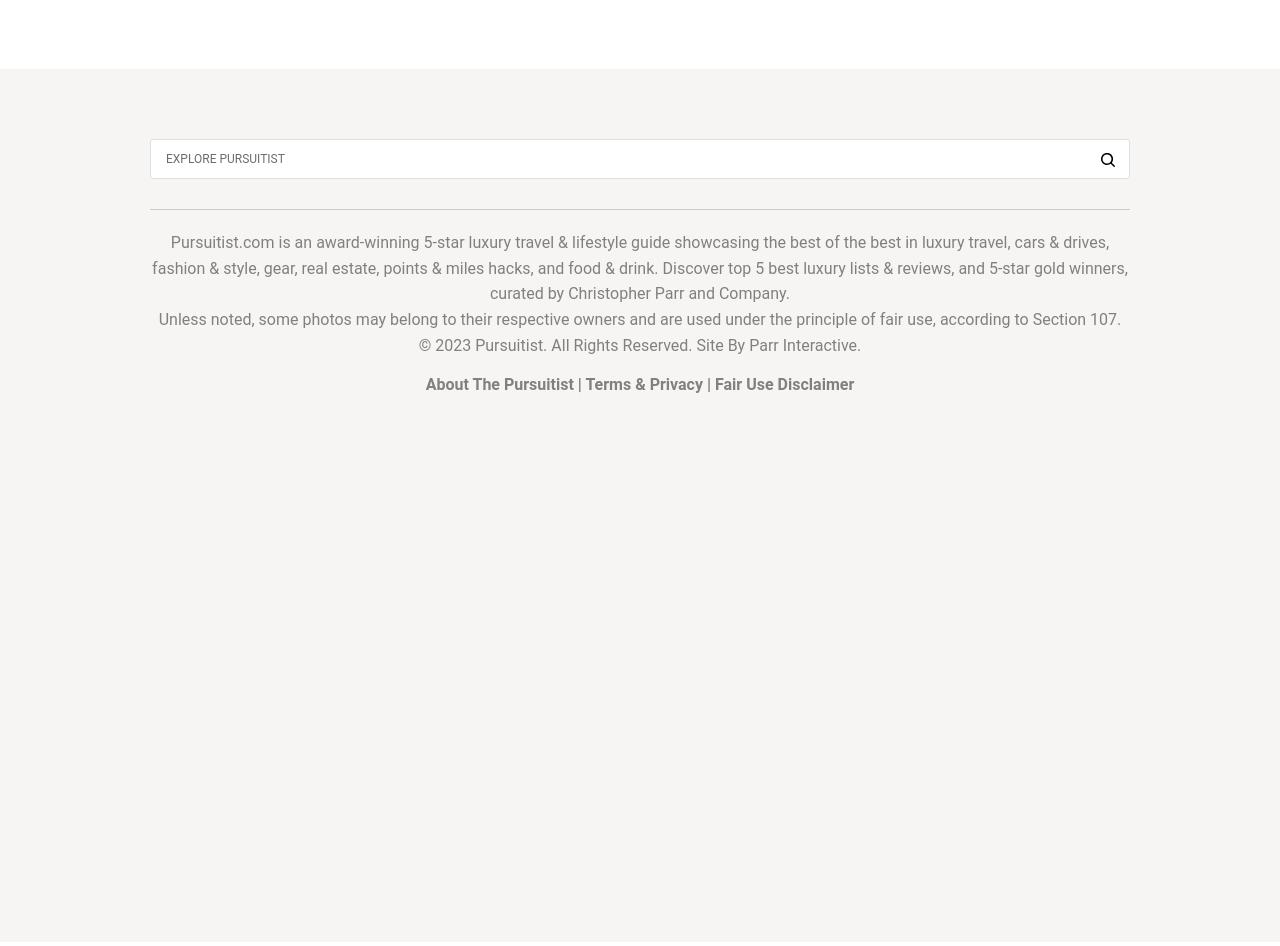 This screenshot has width=1280, height=946. What do you see at coordinates (783, 384) in the screenshot?
I see `'Fair Use Disclaimer'` at bounding box center [783, 384].